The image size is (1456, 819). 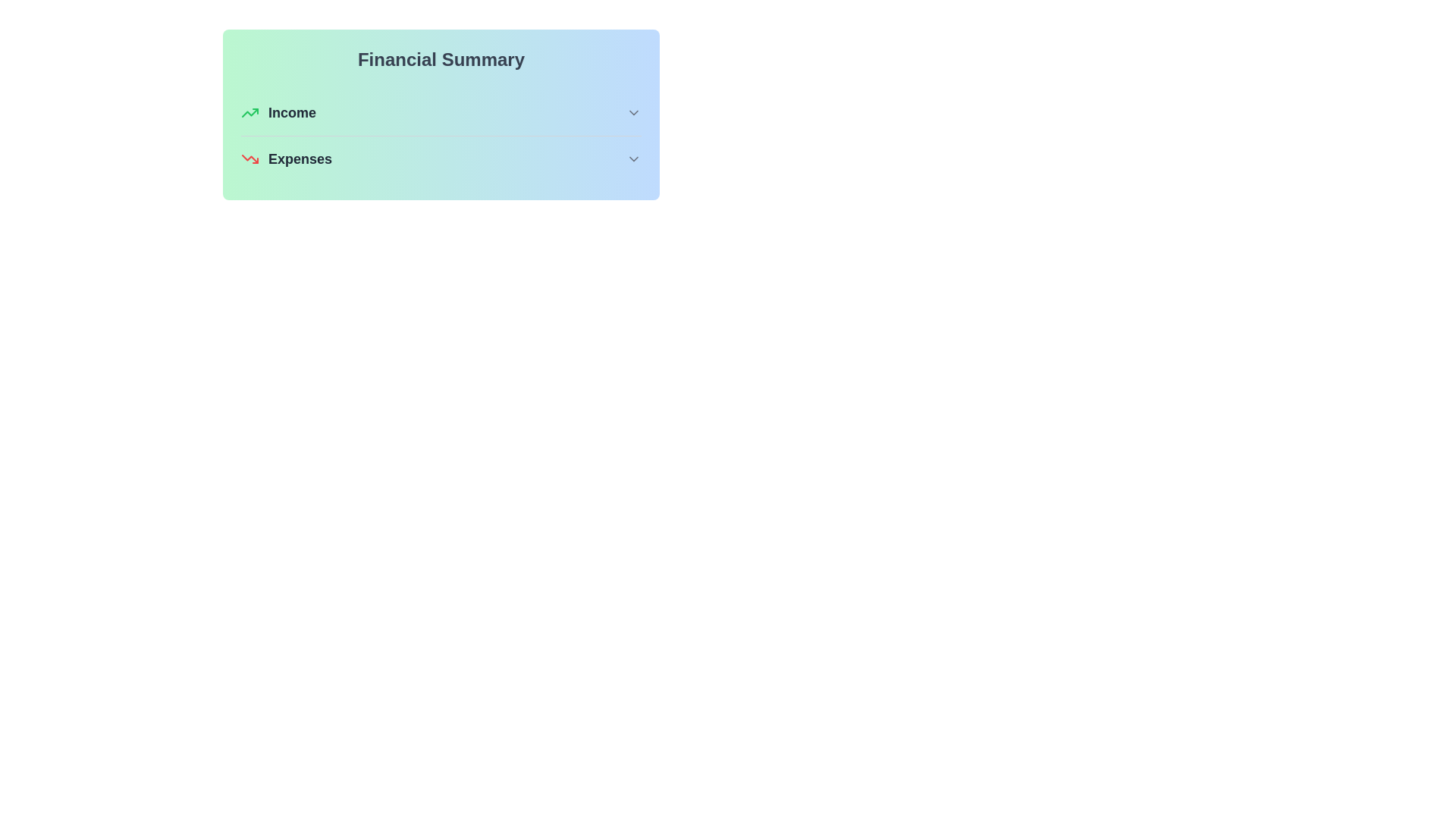 I want to click on the second list item representing 'Expenses' in the 'Financial Summary' section, so click(x=440, y=158).